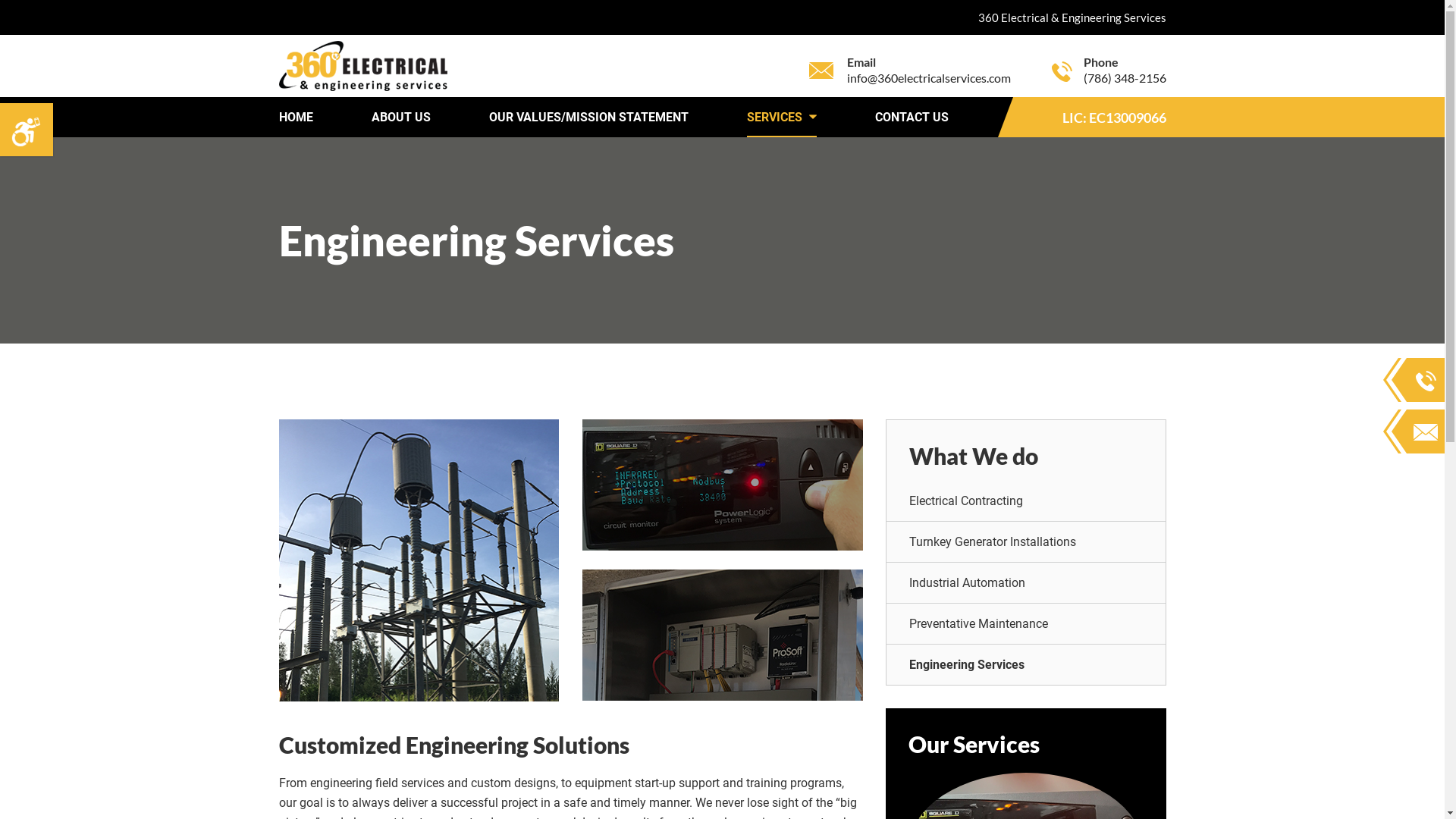  Describe the element at coordinates (488, 116) in the screenshot. I see `'OUR VALUES/MISSION STATEMENT'` at that location.